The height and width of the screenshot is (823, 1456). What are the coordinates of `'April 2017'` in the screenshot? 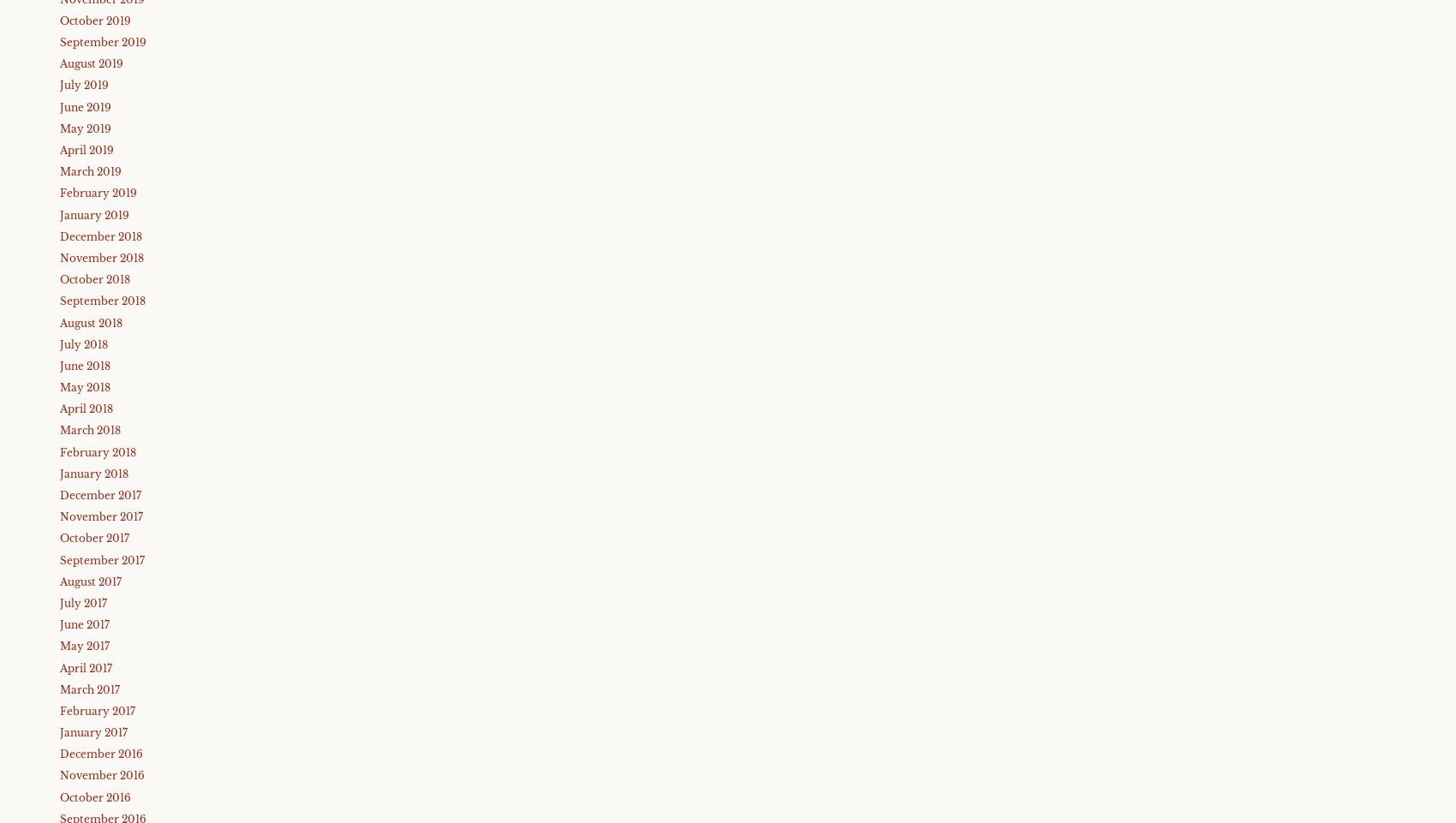 It's located at (60, 666).